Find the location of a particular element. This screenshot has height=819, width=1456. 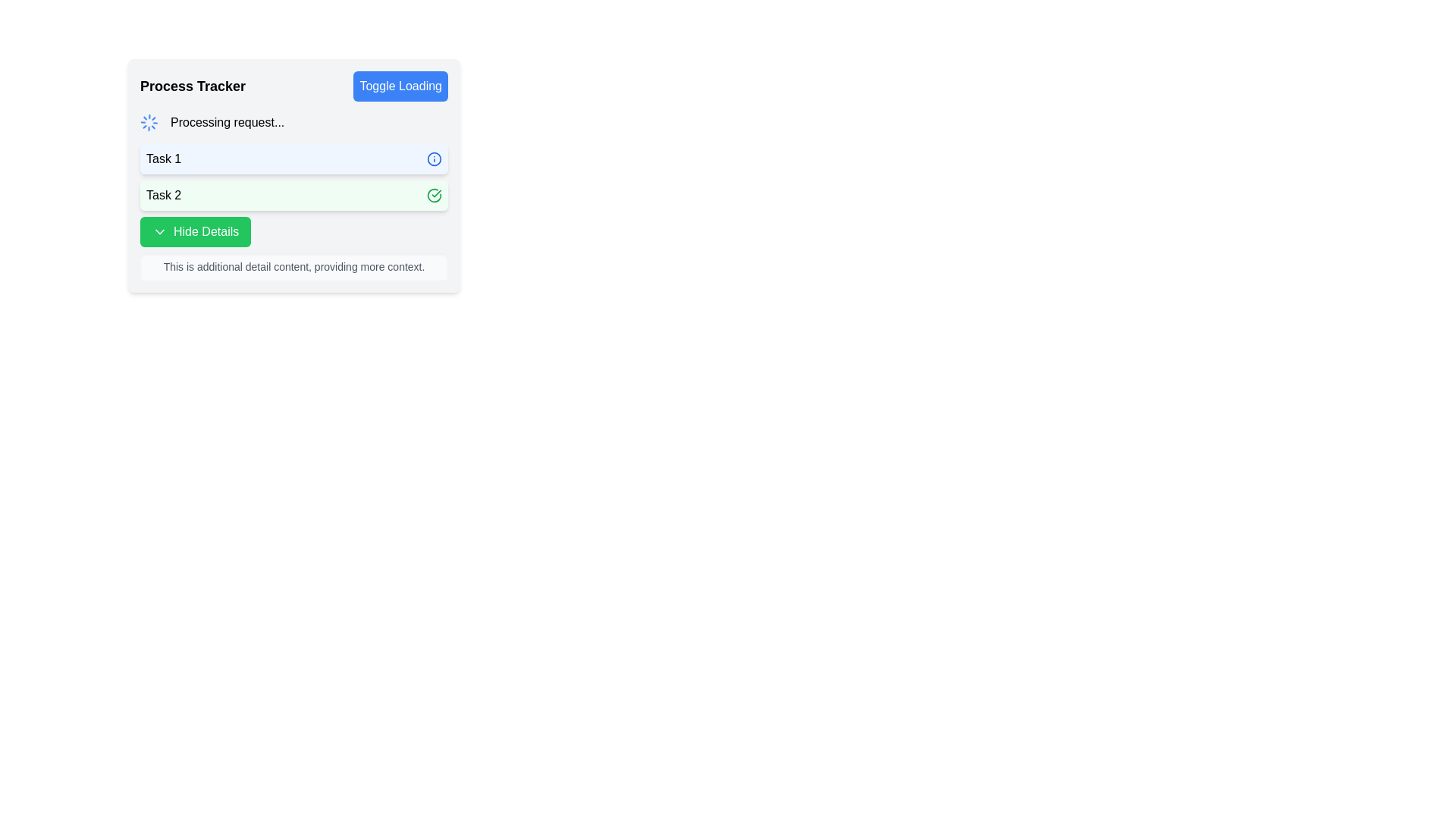

the green checkmark icon within the 'Task 2' row is located at coordinates (433, 195).